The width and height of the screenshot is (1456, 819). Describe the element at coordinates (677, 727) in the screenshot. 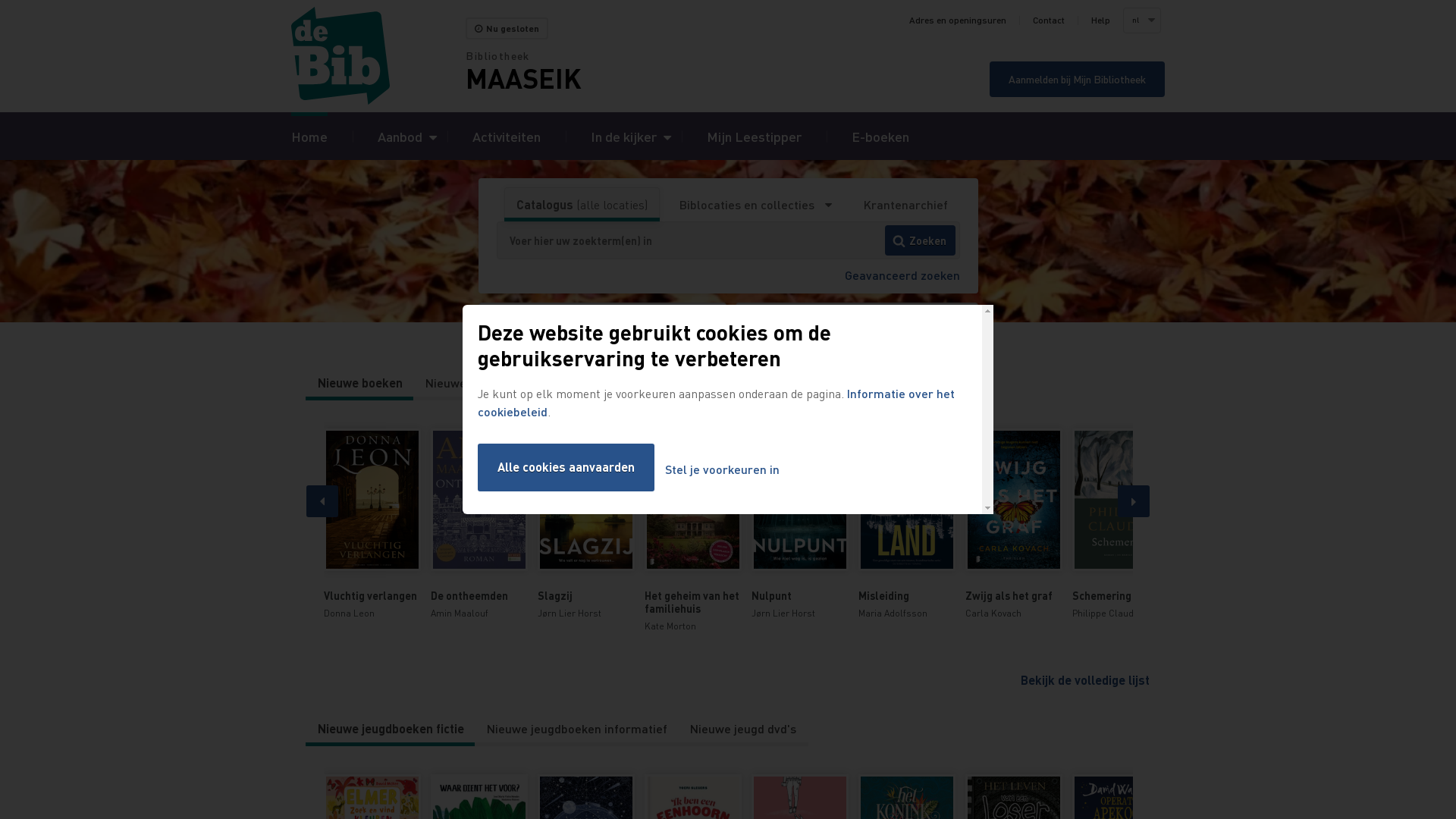

I see `'Nieuwe jeugd dvd's'` at that location.